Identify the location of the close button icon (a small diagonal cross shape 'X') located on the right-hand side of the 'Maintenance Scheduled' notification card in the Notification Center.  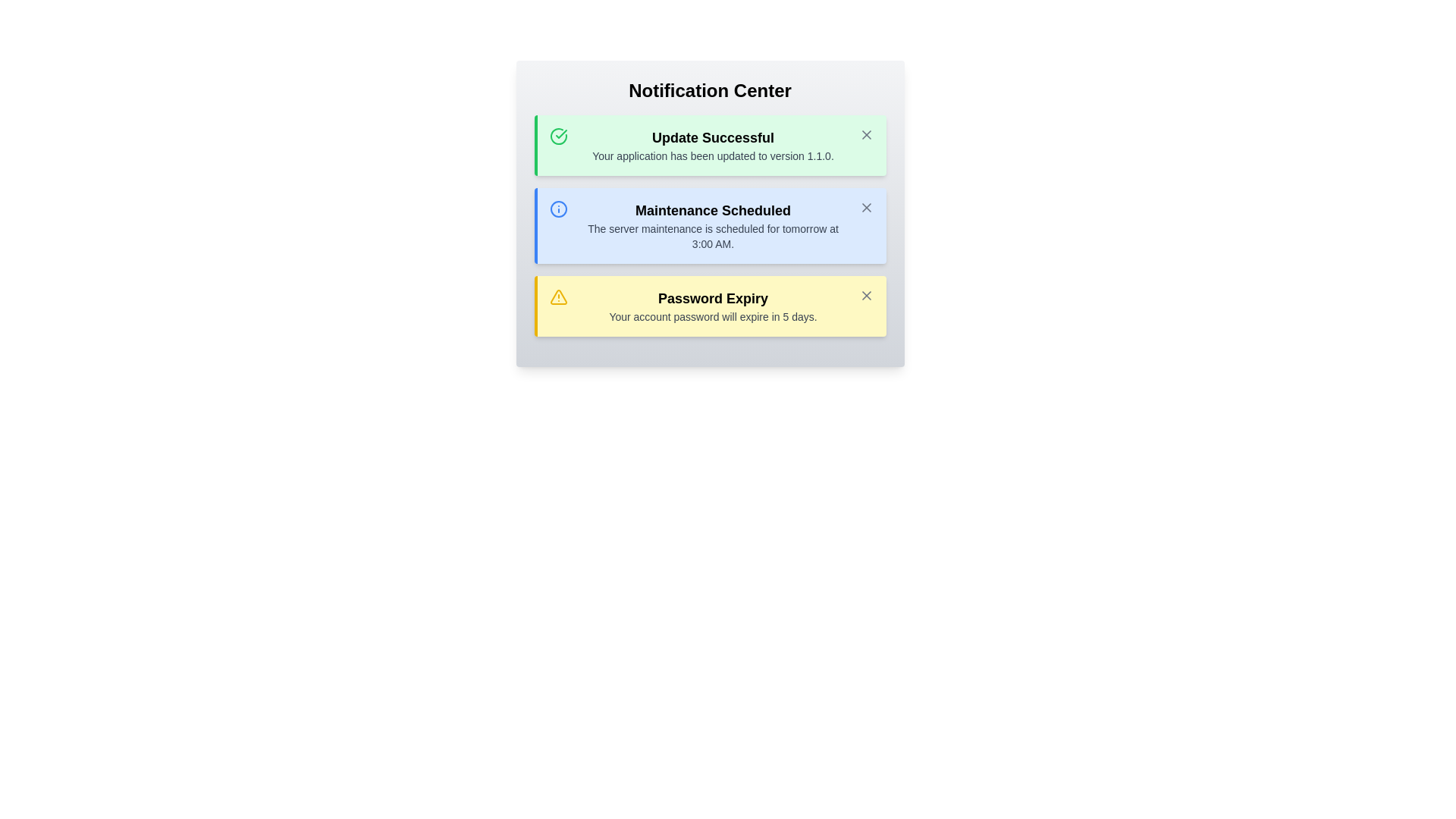
(866, 207).